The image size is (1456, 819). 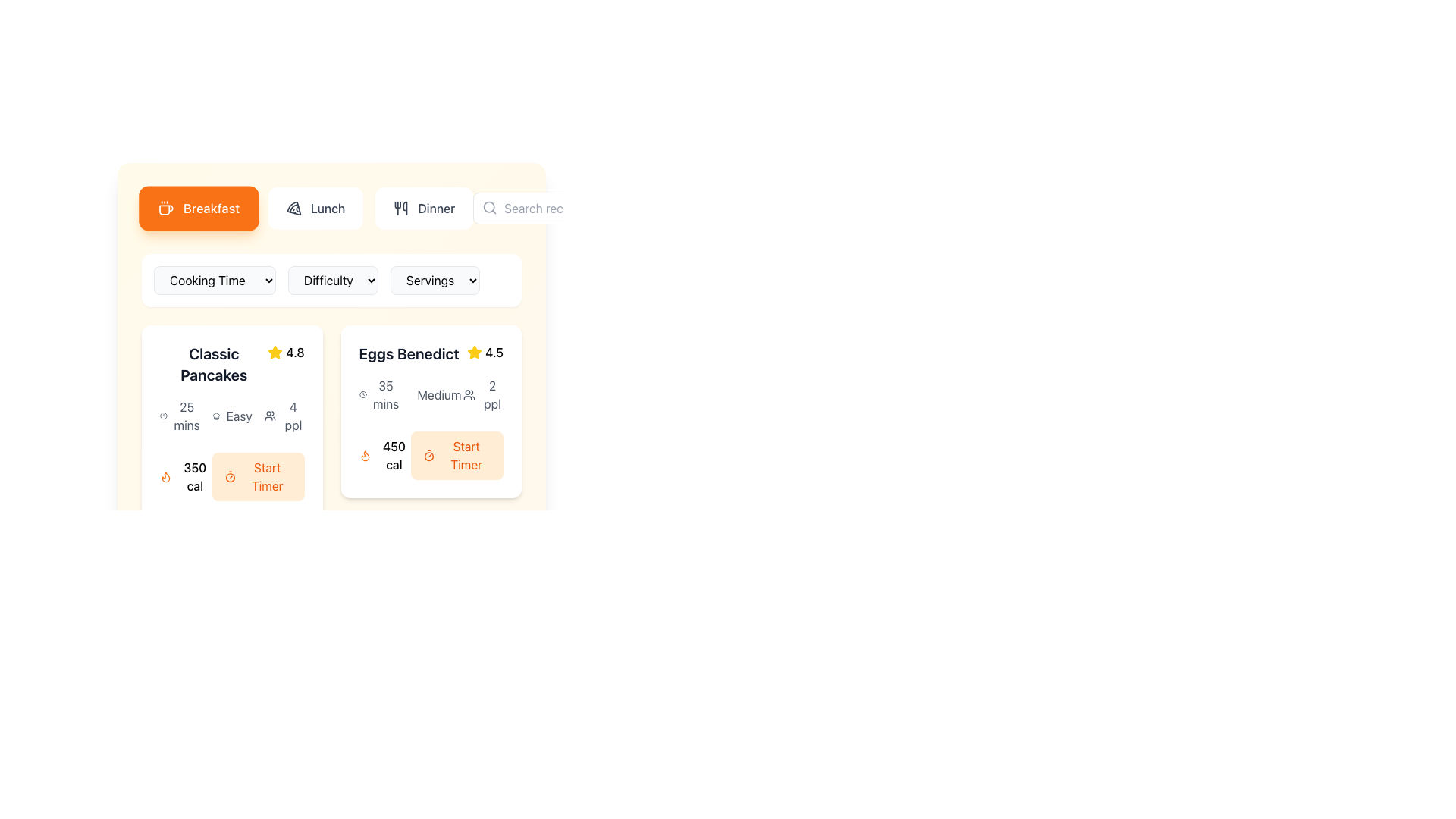 What do you see at coordinates (409, 353) in the screenshot?
I see `the static text label for the 'Eggs Benedict' recipe, which is located at the upper center of the recipe card in the second column of the grid` at bounding box center [409, 353].